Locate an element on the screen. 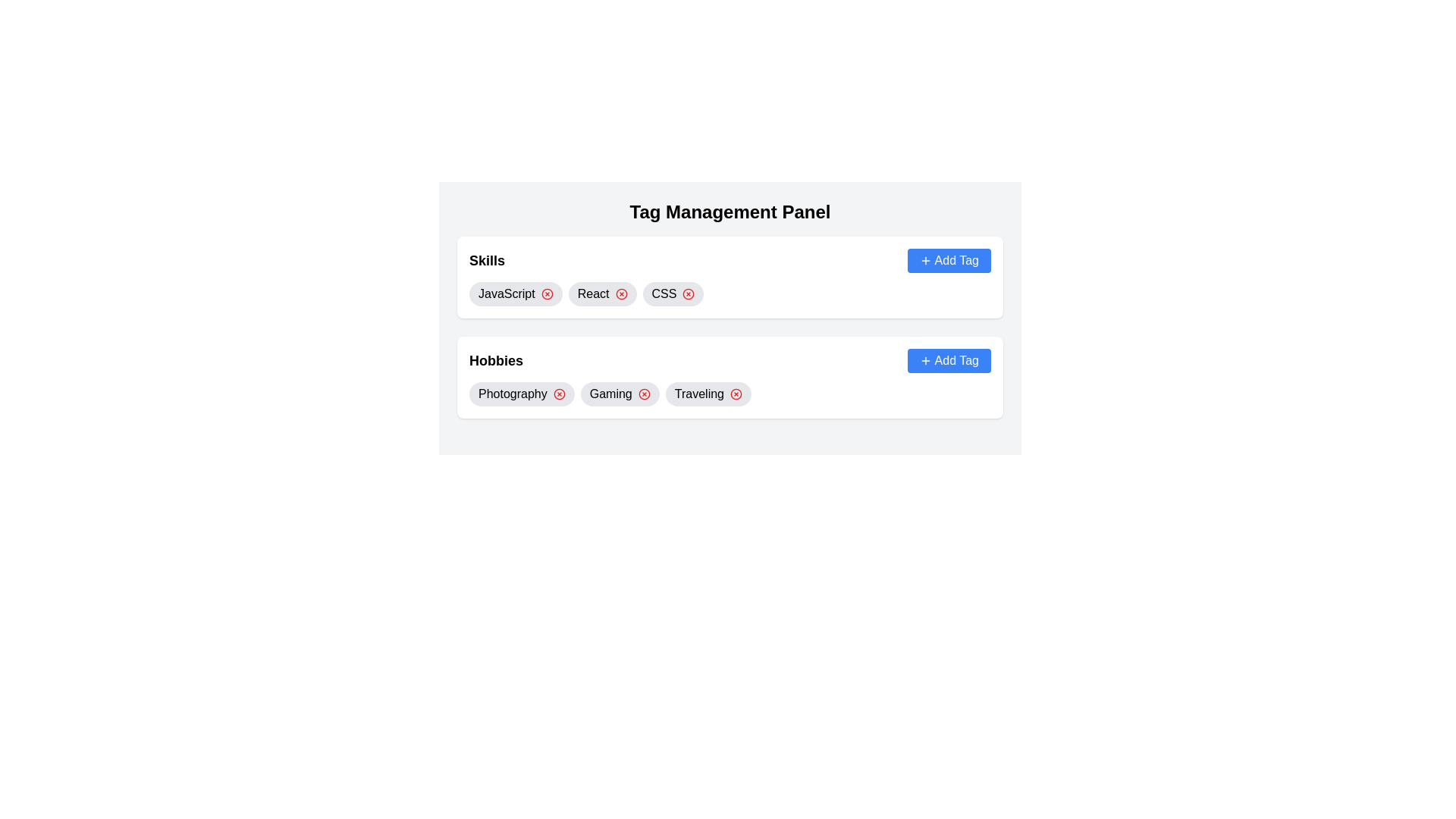 The width and height of the screenshot is (1456, 819). the button located to the right of the 'React' tag in the 'Skills' section is located at coordinates (621, 294).